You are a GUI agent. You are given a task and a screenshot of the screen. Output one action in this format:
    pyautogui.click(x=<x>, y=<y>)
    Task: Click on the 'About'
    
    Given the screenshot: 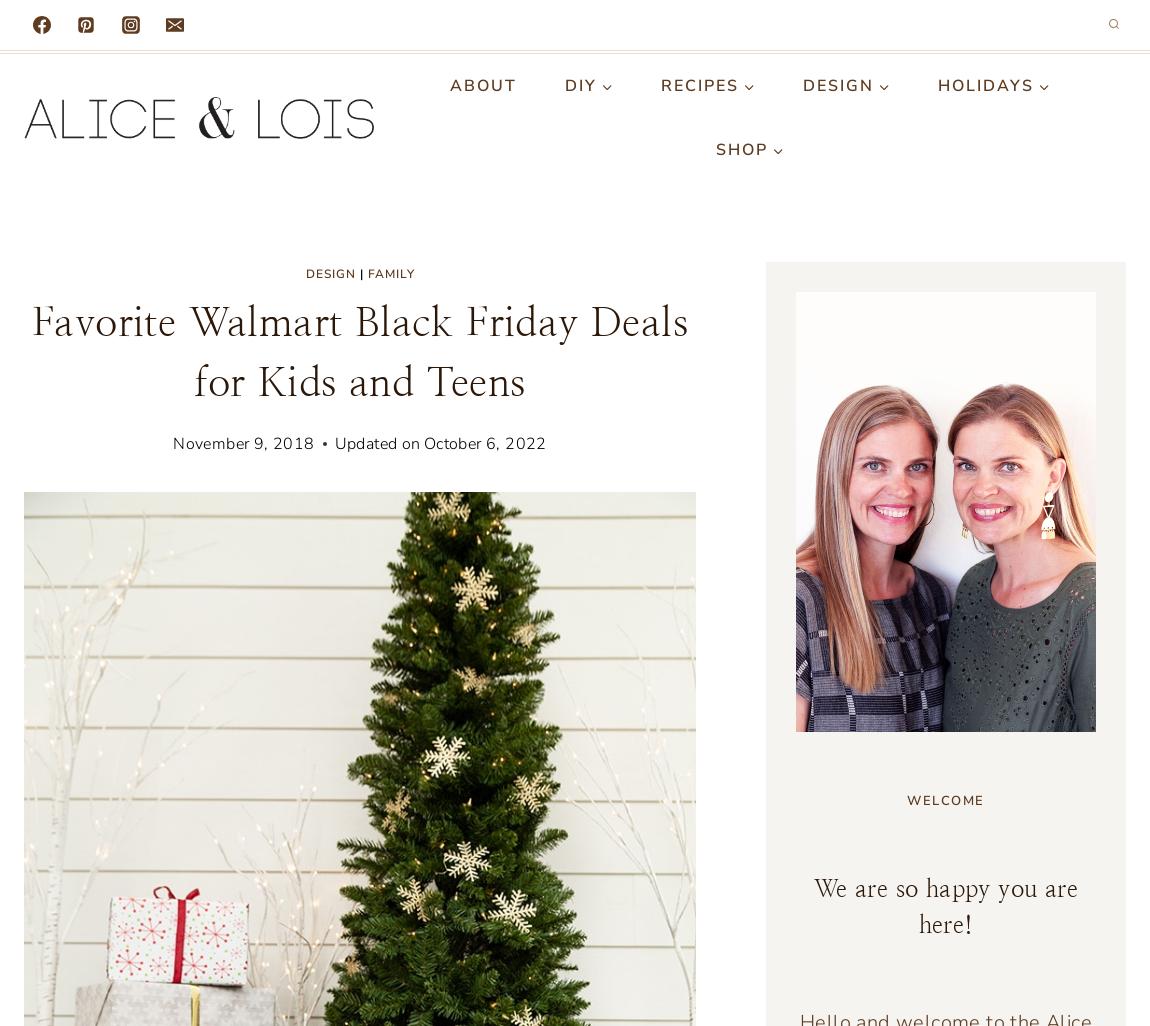 What is the action you would take?
    pyautogui.click(x=483, y=84)
    